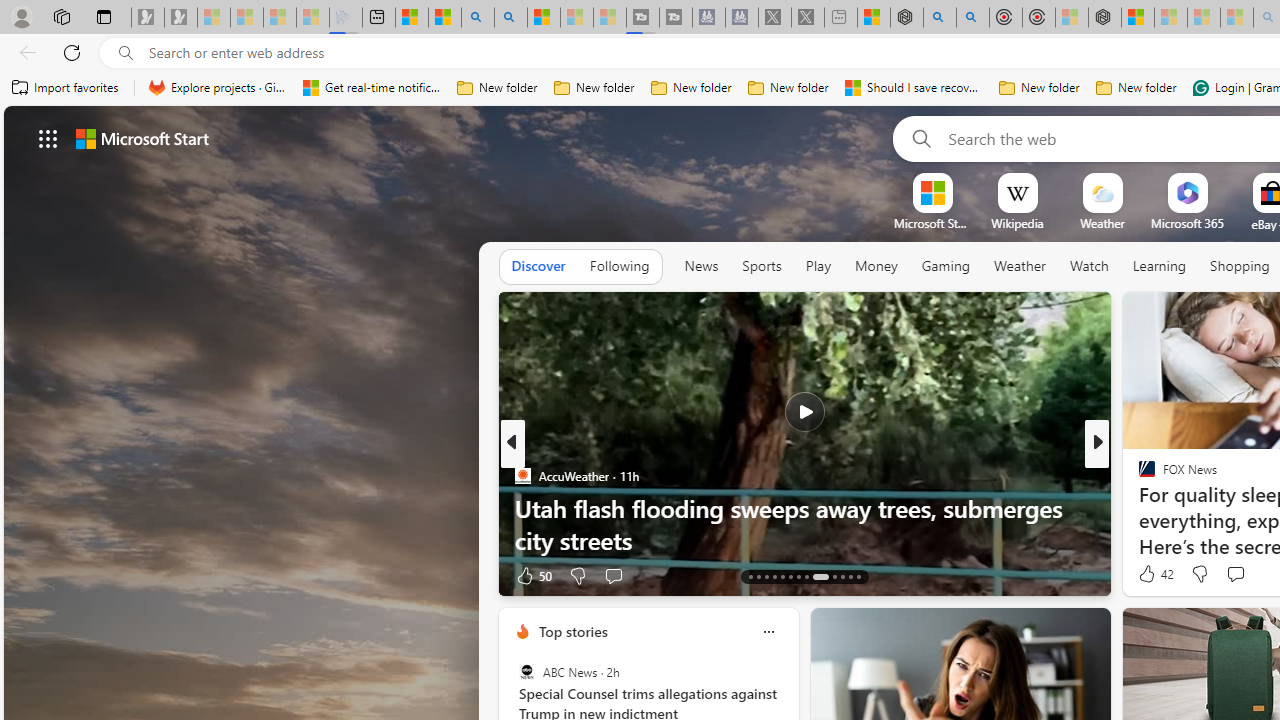 This screenshot has height=720, width=1280. I want to click on 'Gaming', so click(944, 265).